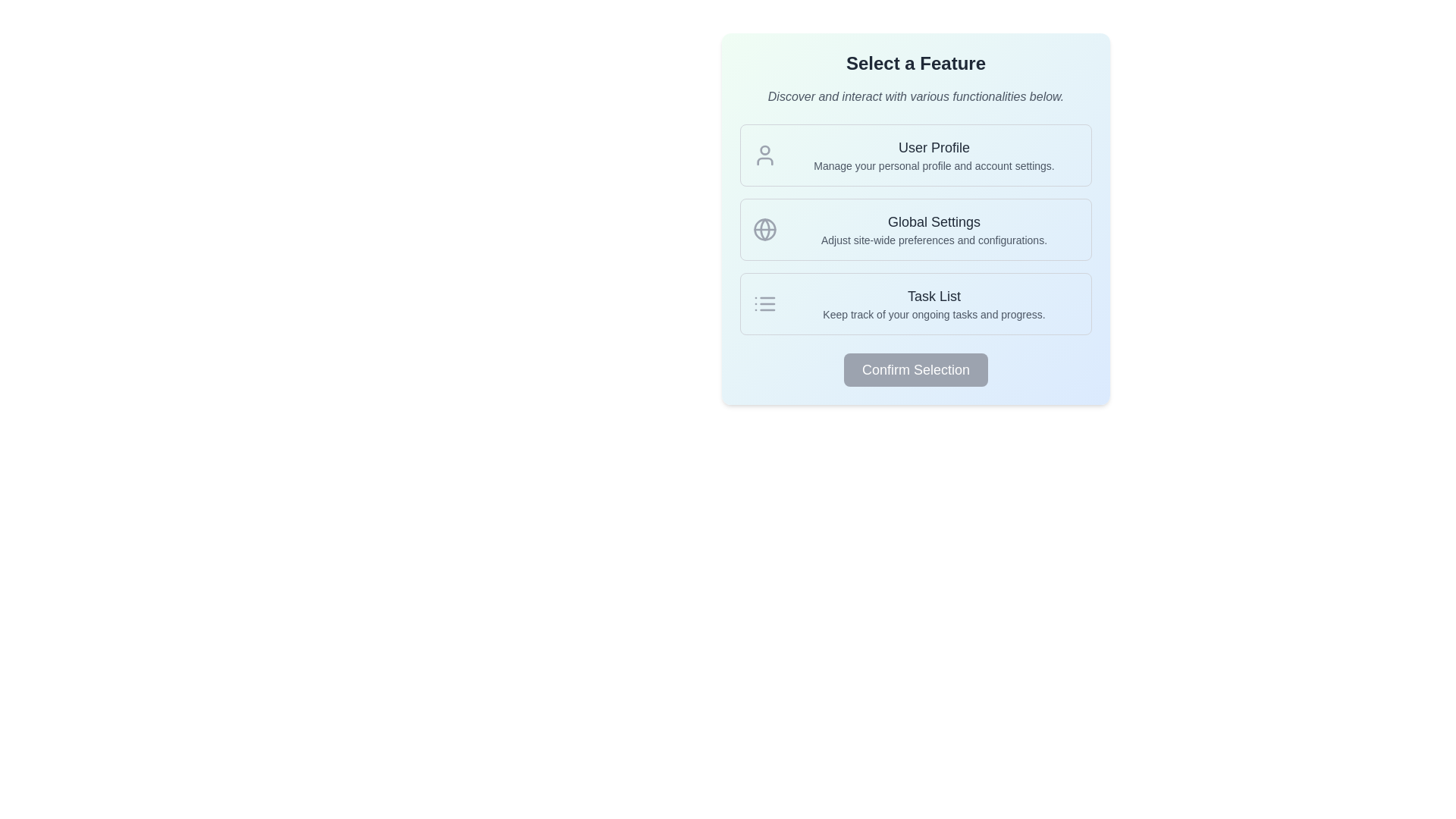 The image size is (1456, 819). What do you see at coordinates (934, 296) in the screenshot?
I see `the 'Task List' text label element, which is displayed in bold within the third rectangular card of the interface` at bounding box center [934, 296].